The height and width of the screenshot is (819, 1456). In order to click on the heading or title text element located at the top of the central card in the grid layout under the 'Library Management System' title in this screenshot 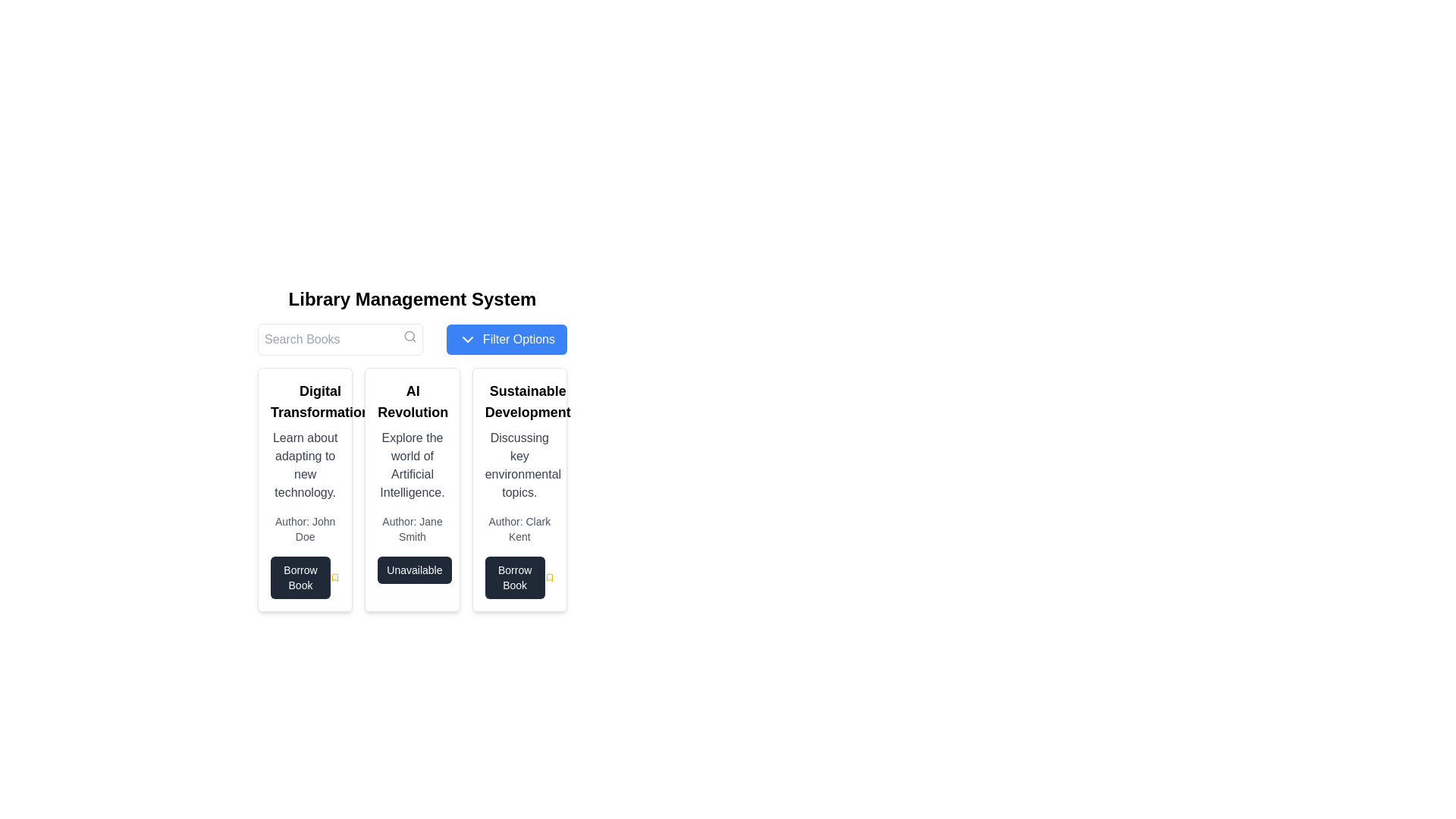, I will do `click(413, 400)`.